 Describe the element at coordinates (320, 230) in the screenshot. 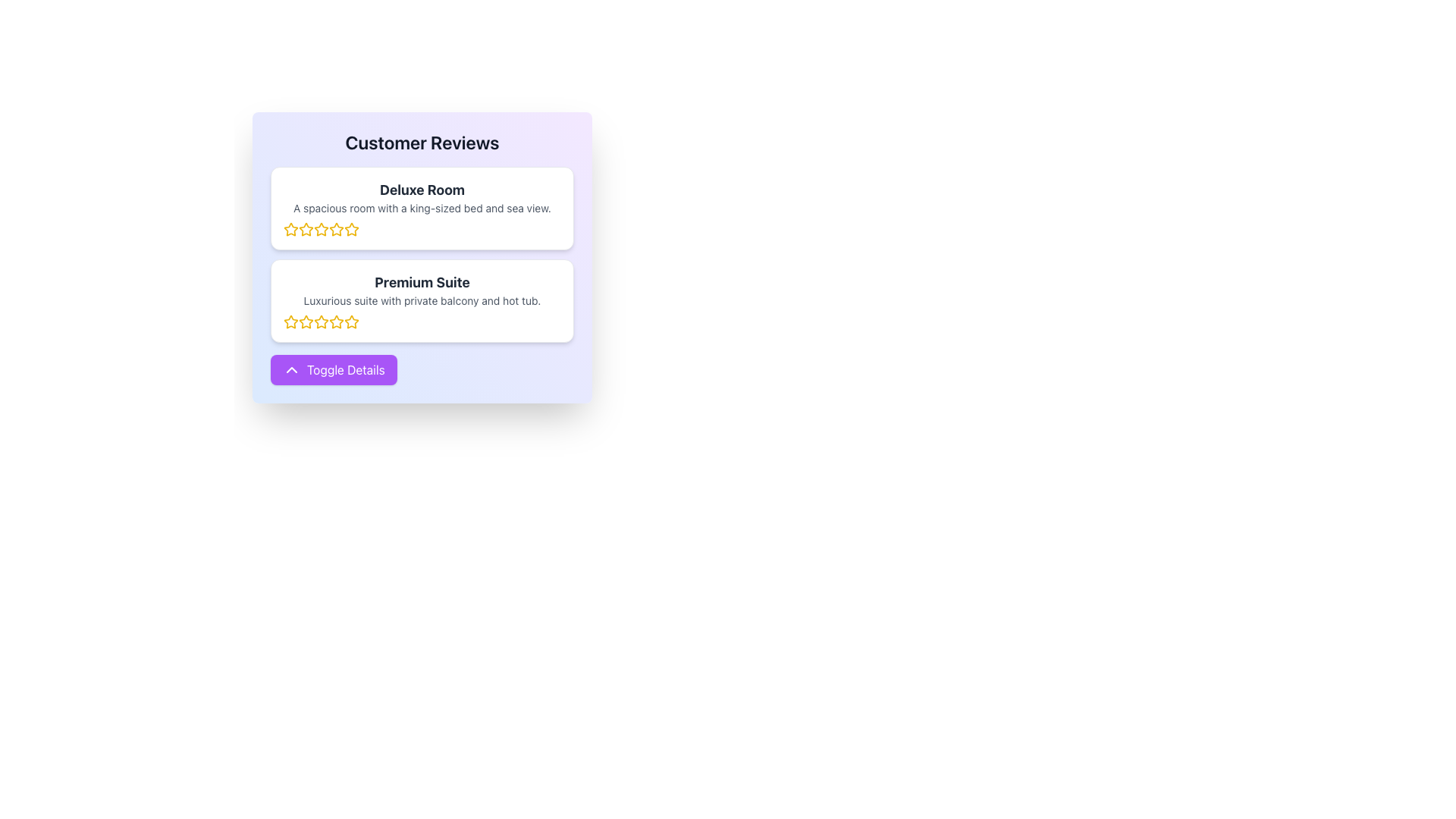

I see `the fourth star rating icon in the rating system for the 'Deluxe Room' section` at that location.